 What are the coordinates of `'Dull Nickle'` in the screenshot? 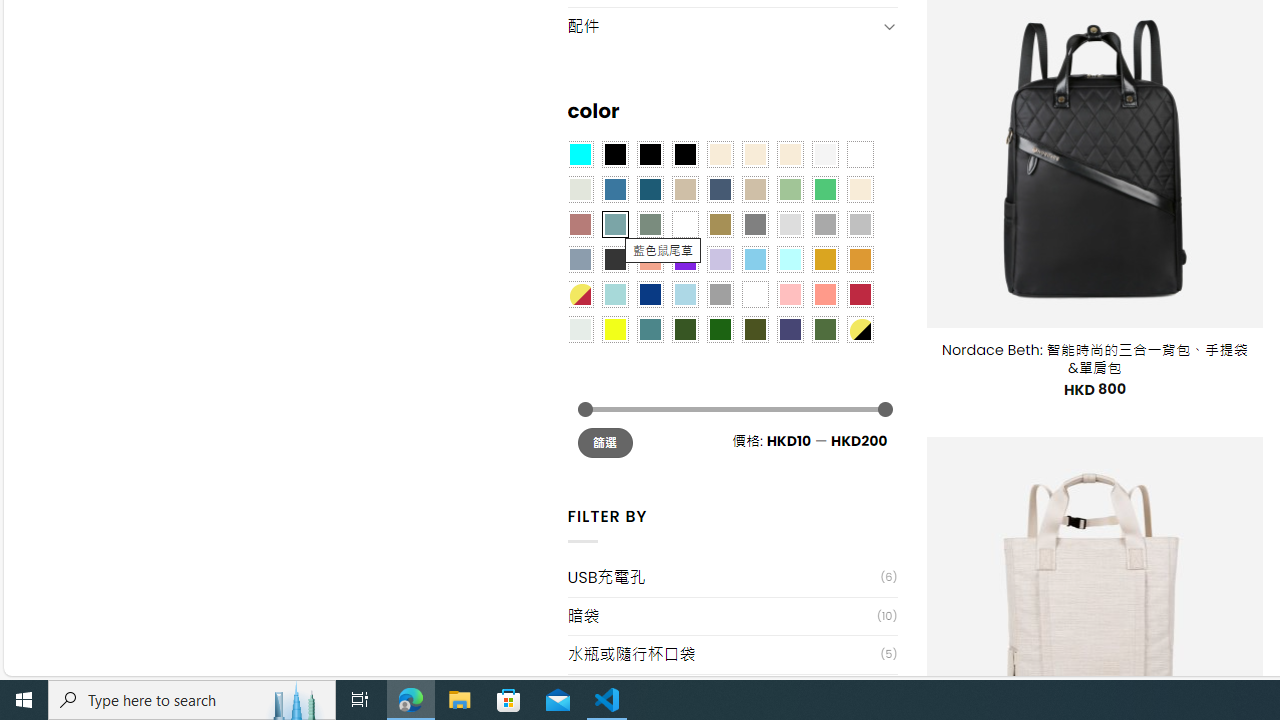 It's located at (578, 328).